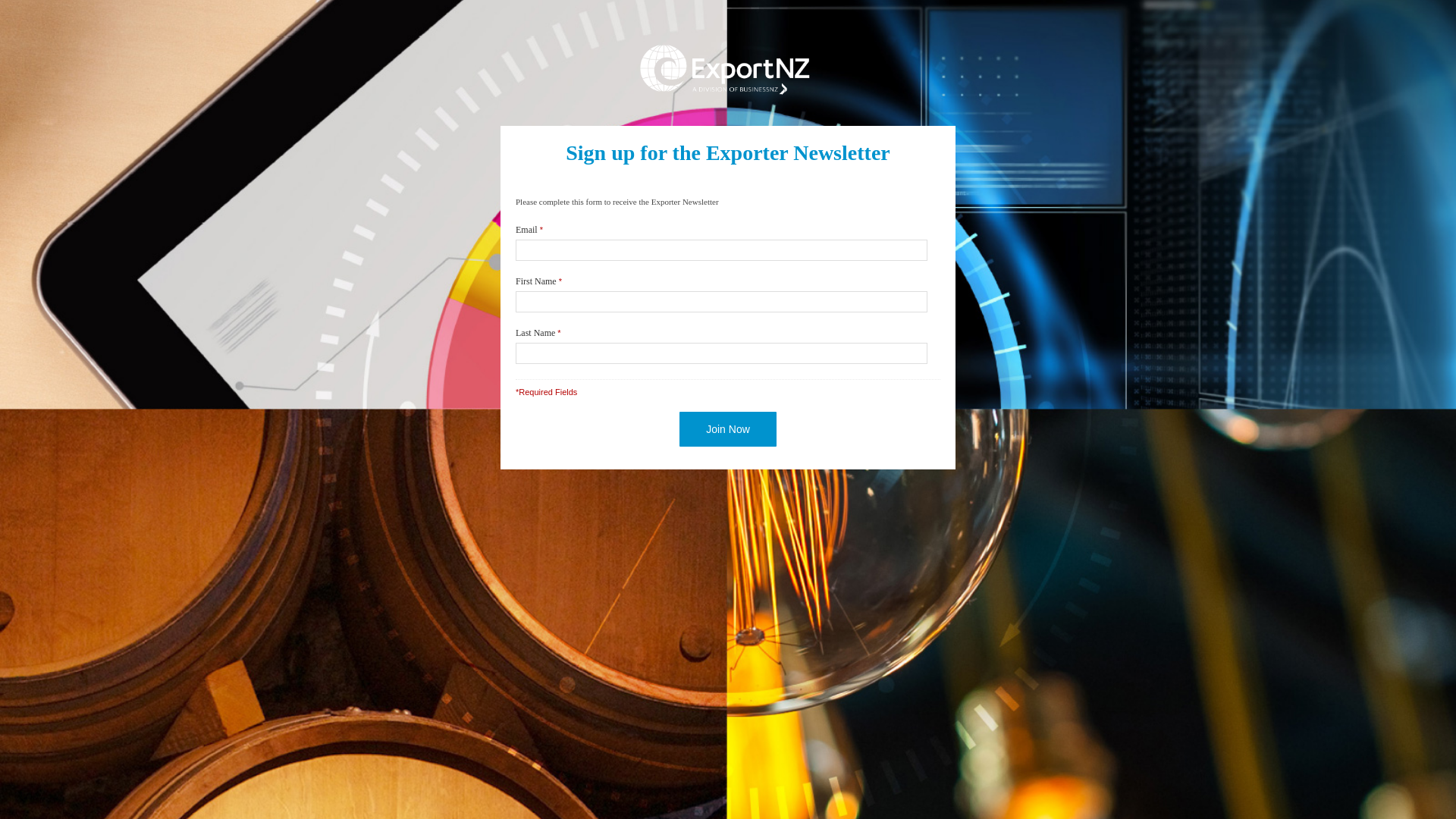 This screenshot has height=819, width=1456. Describe the element at coordinates (728, 429) in the screenshot. I see `'Join Now'` at that location.